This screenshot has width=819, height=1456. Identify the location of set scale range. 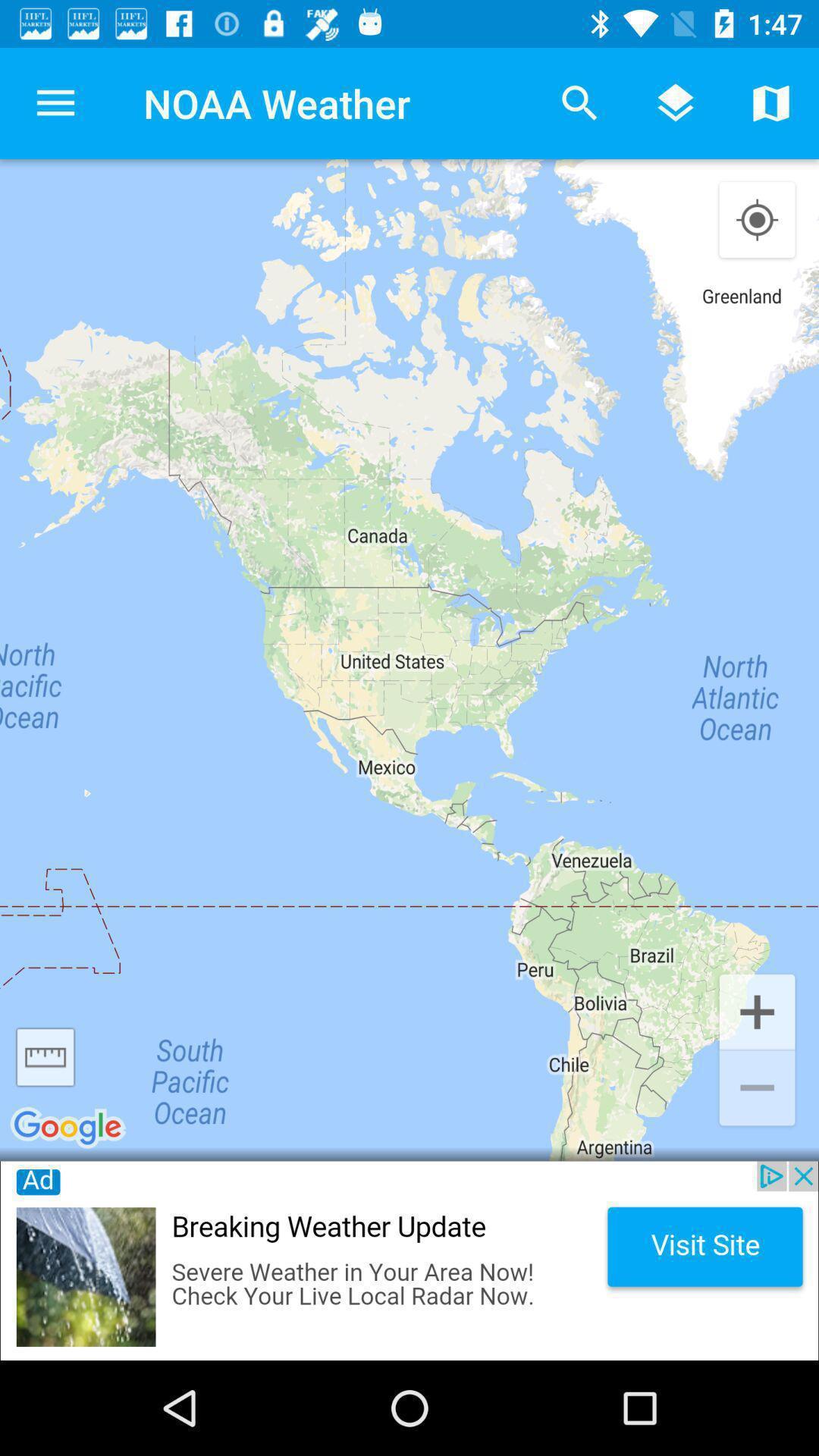
(45, 1056).